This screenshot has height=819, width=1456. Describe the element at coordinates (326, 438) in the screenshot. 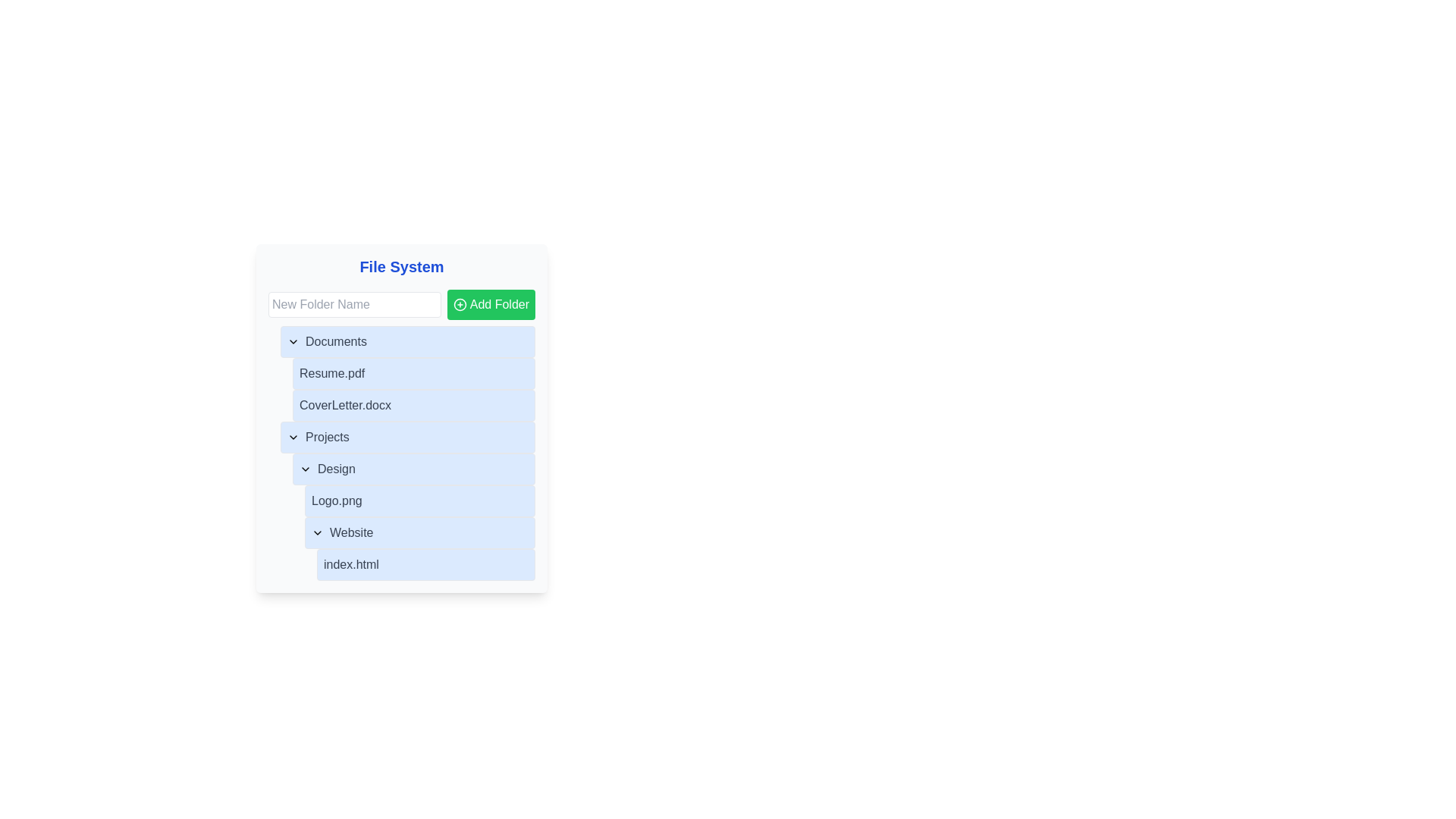

I see `the 'Projects' text label, which is styled with a medium font weight and gray color, indicating its role as a title within a collapsible list item` at that location.